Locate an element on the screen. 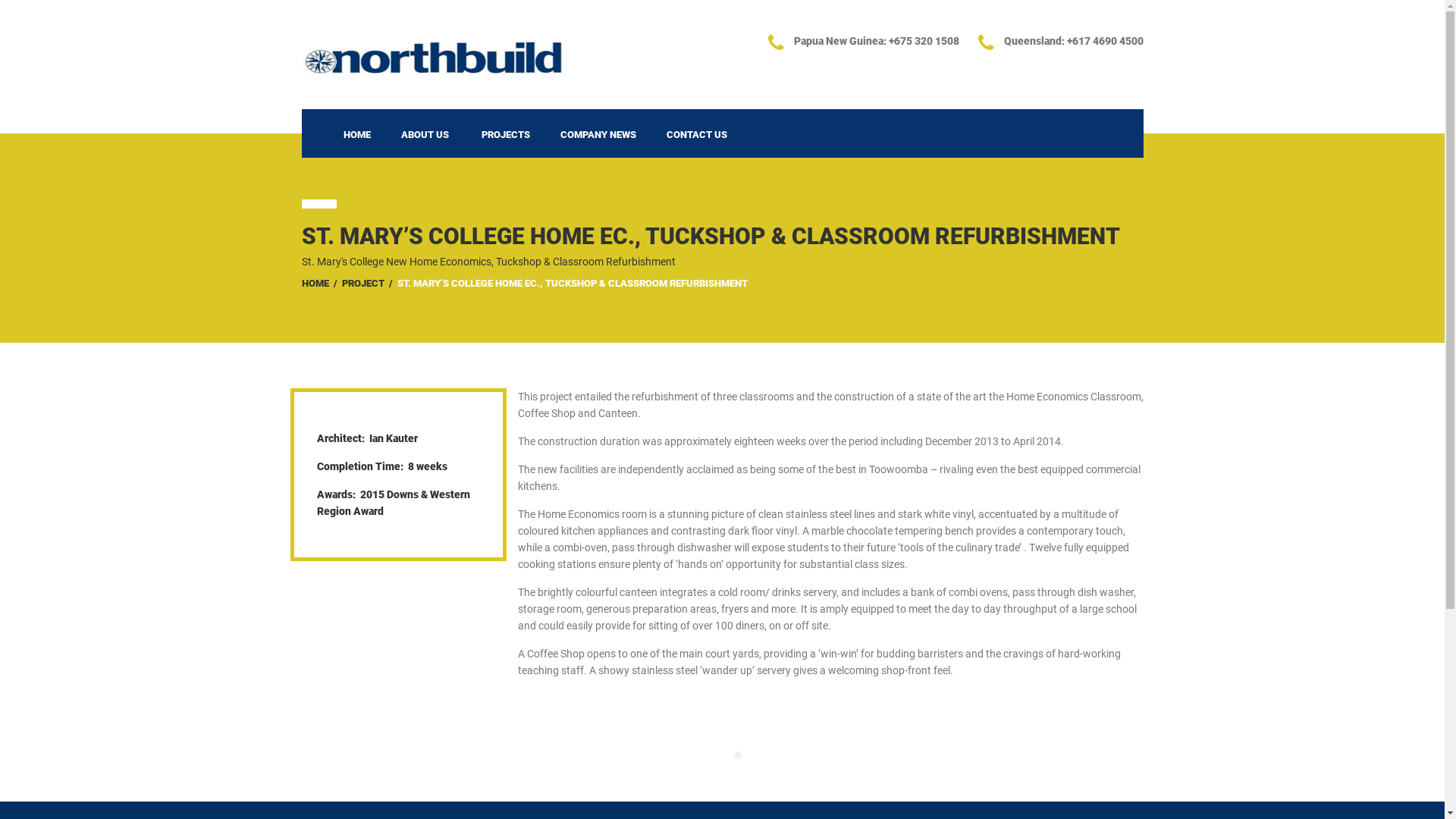  'ABOUT US' is located at coordinates (425, 133).